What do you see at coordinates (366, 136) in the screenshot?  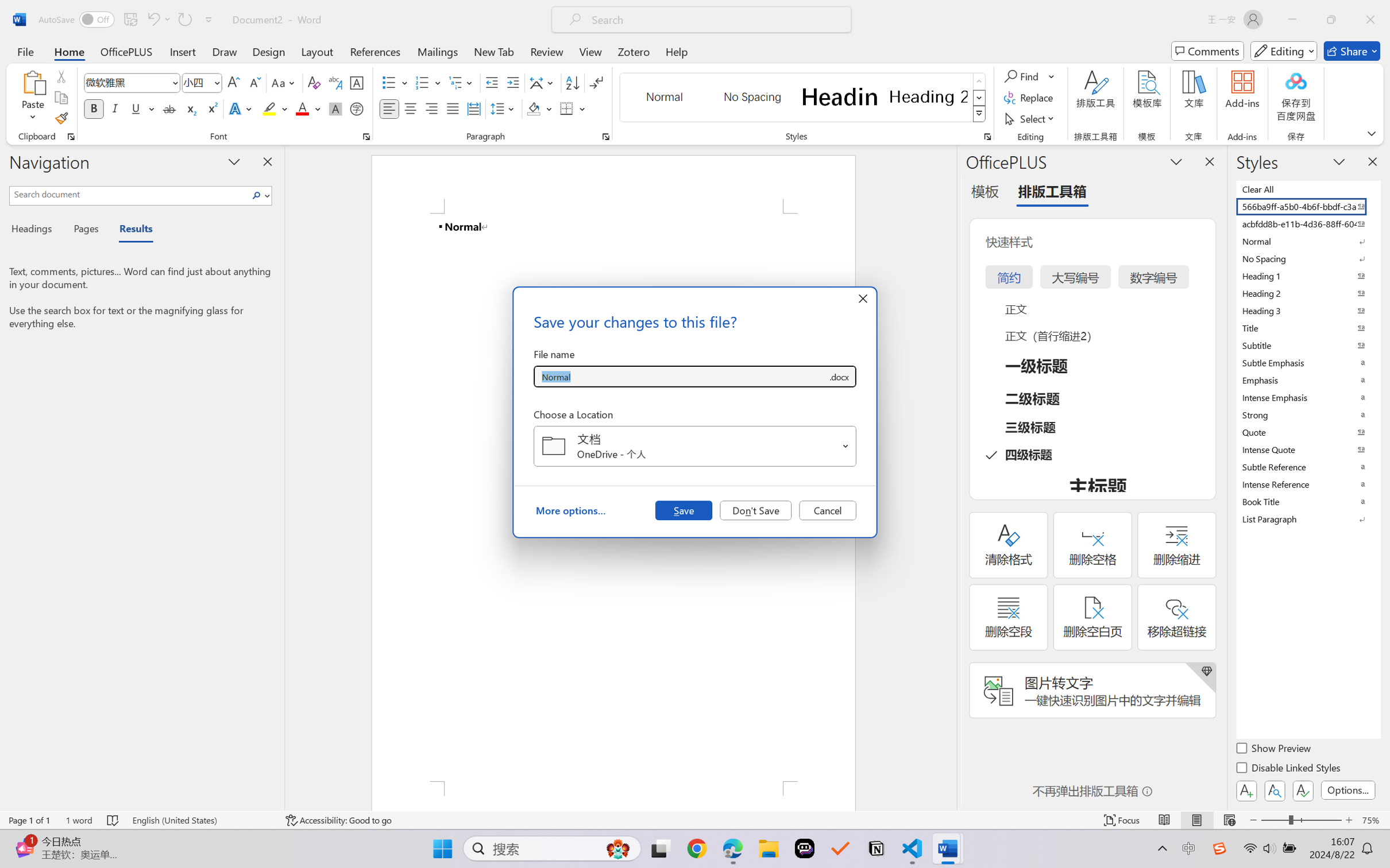 I see `'Font...'` at bounding box center [366, 136].